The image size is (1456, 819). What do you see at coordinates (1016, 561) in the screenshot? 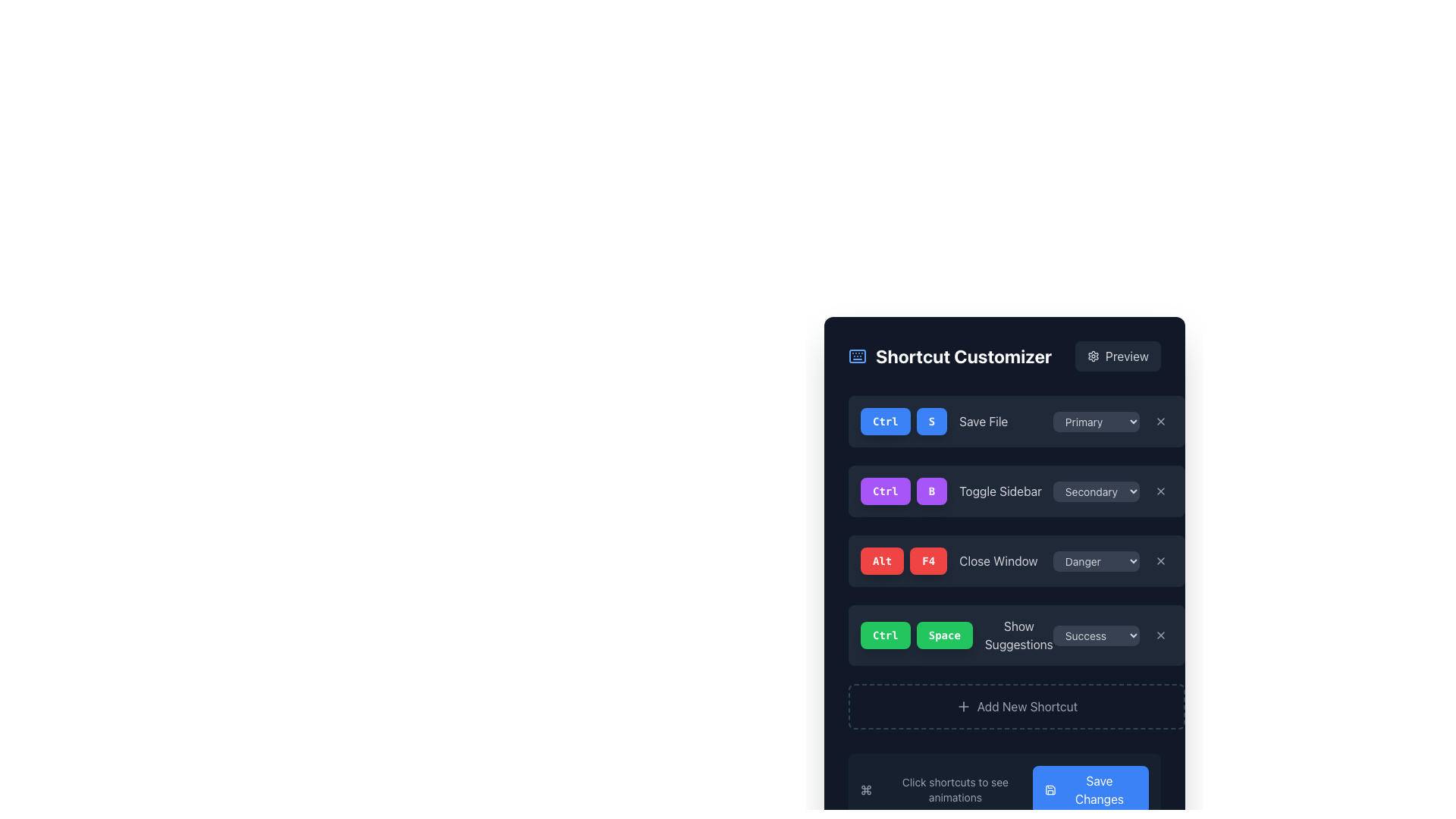
I see `the third item in the vertically stacked list of keyboard shortcuts in the right-side panel, which displays key labels, description, and dropdown` at bounding box center [1016, 561].